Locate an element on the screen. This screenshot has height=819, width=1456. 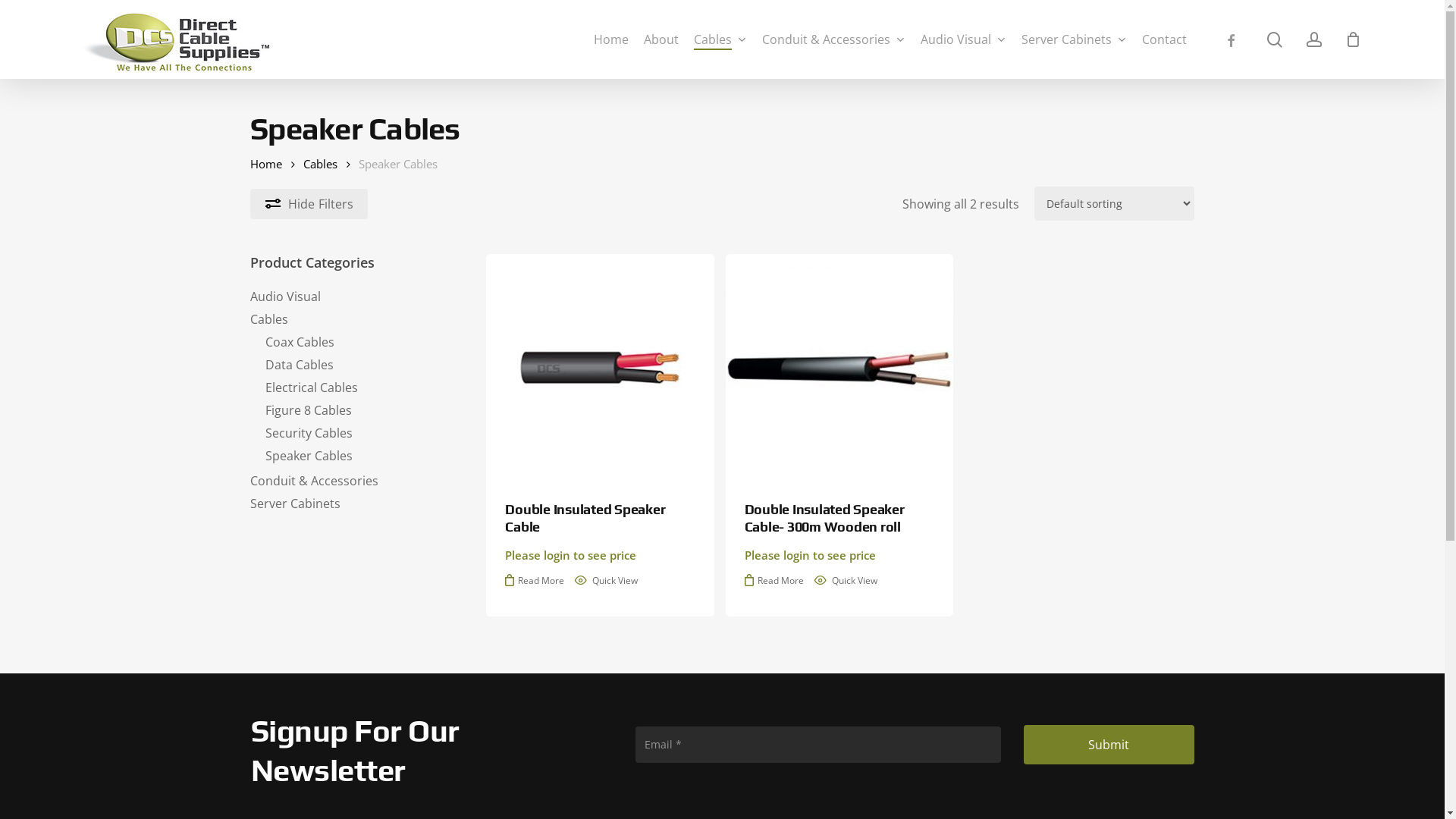
'Cables' is located at coordinates (319, 164).